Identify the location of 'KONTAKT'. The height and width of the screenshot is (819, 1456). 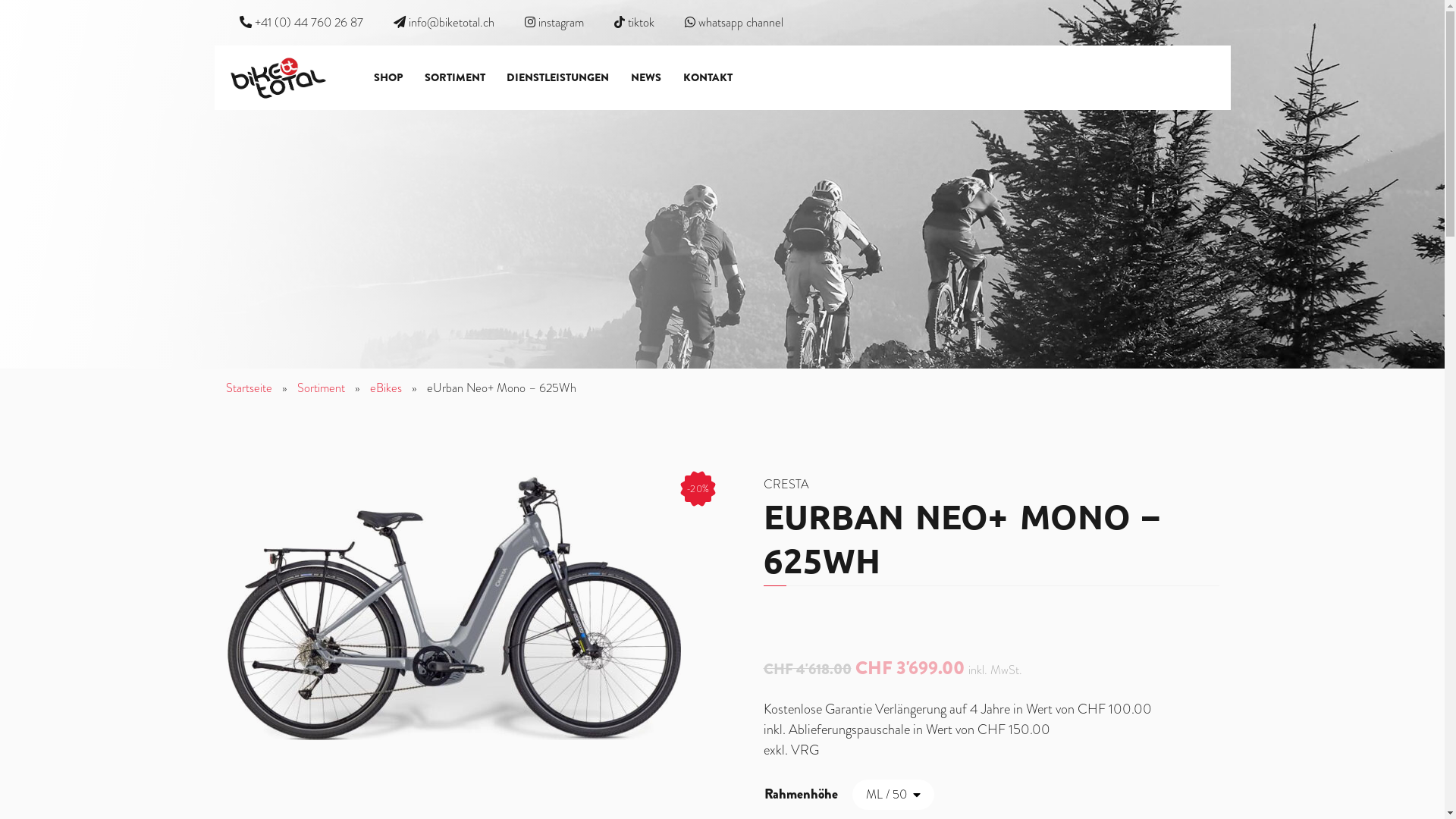
(707, 77).